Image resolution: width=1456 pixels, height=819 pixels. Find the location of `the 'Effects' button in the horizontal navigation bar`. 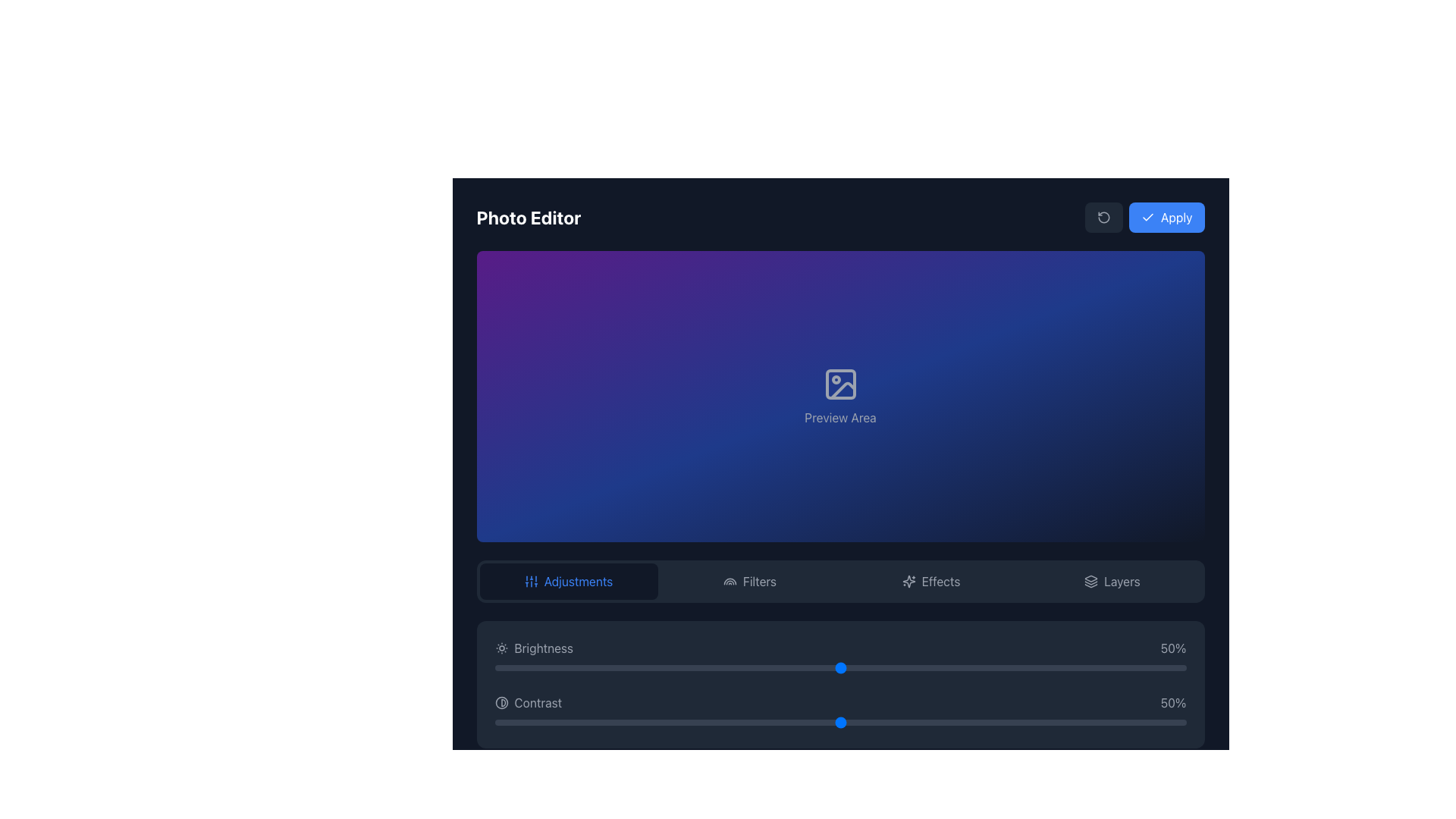

the 'Effects' button in the horizontal navigation bar is located at coordinates (930, 581).